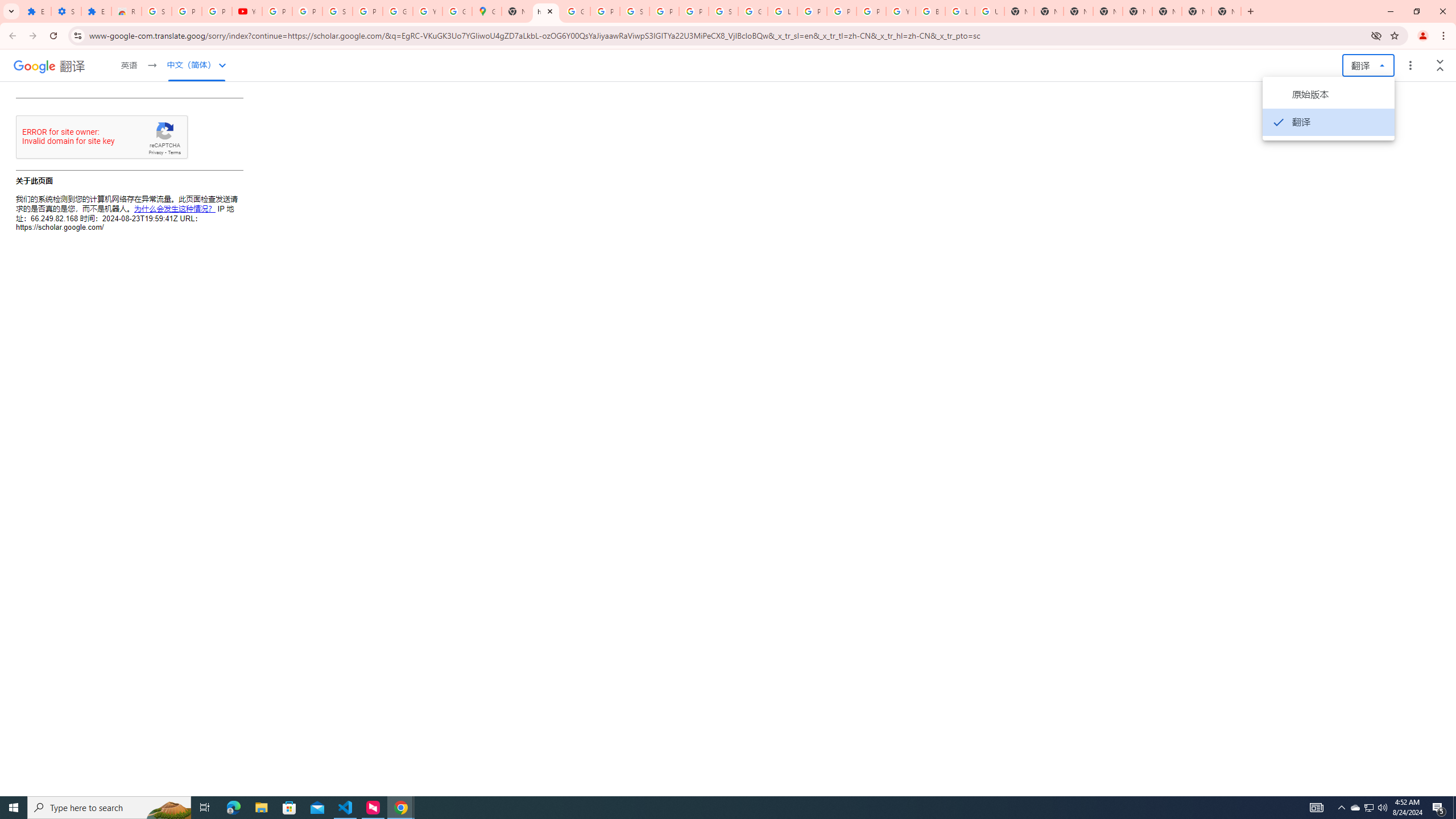 The image size is (1456, 819). What do you see at coordinates (36, 11) in the screenshot?
I see `'Extensions'` at bounding box center [36, 11].